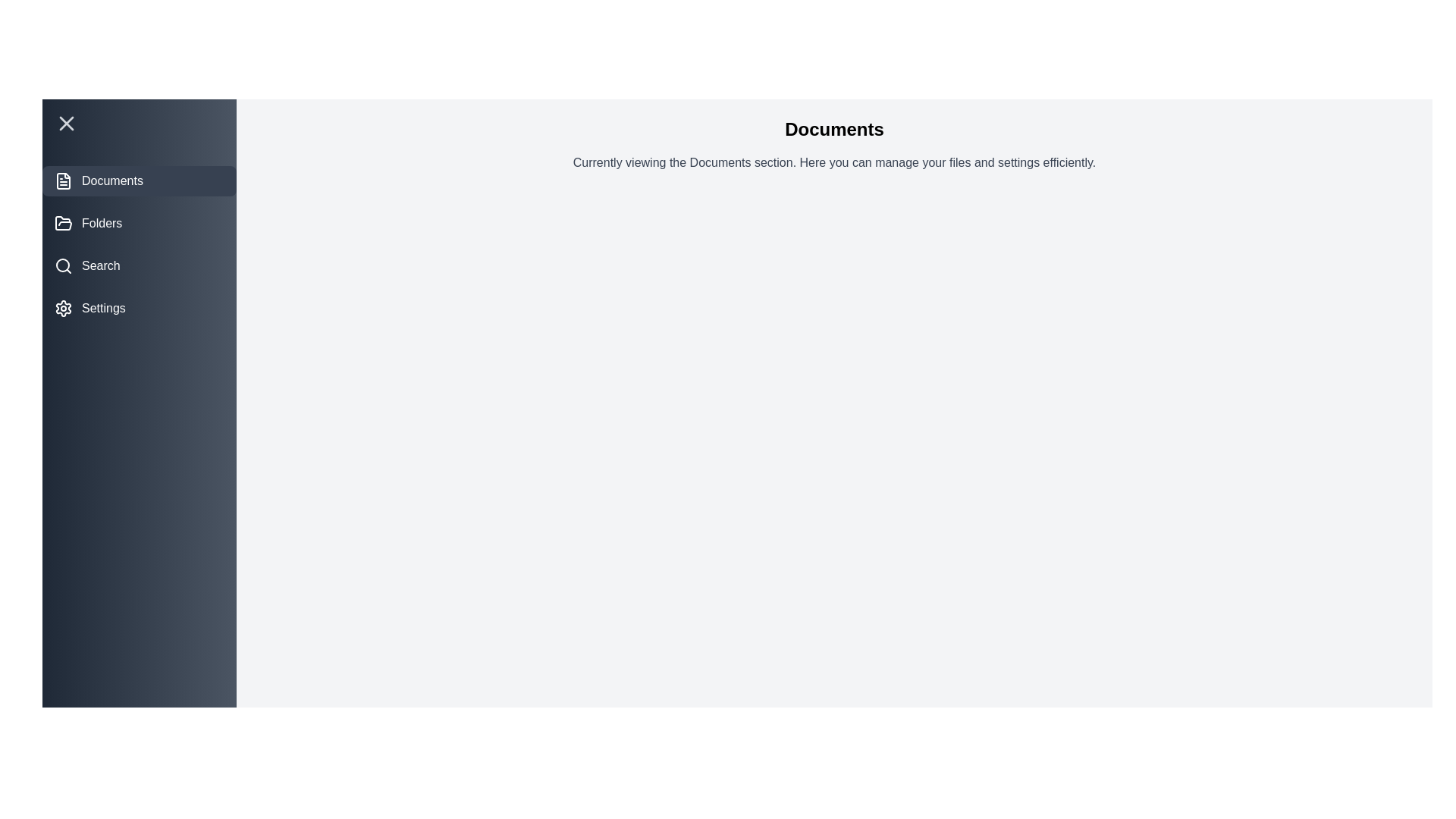 Image resolution: width=1456 pixels, height=819 pixels. Describe the element at coordinates (139, 122) in the screenshot. I see `toggle button at the top left corner of the drawer to toggle its state` at that location.